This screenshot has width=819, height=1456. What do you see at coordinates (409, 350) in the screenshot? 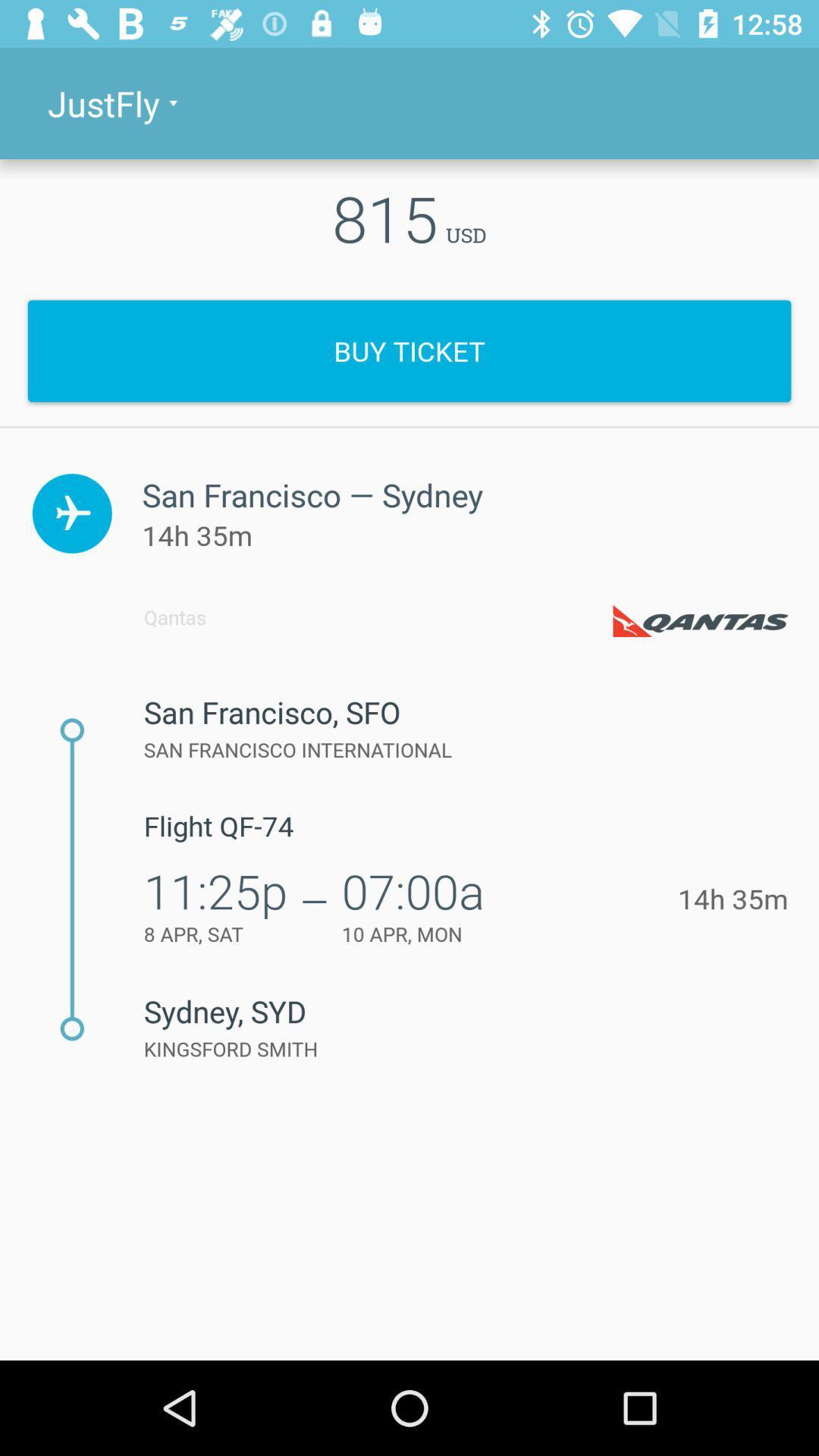
I see `the buy ticket icon` at bounding box center [409, 350].